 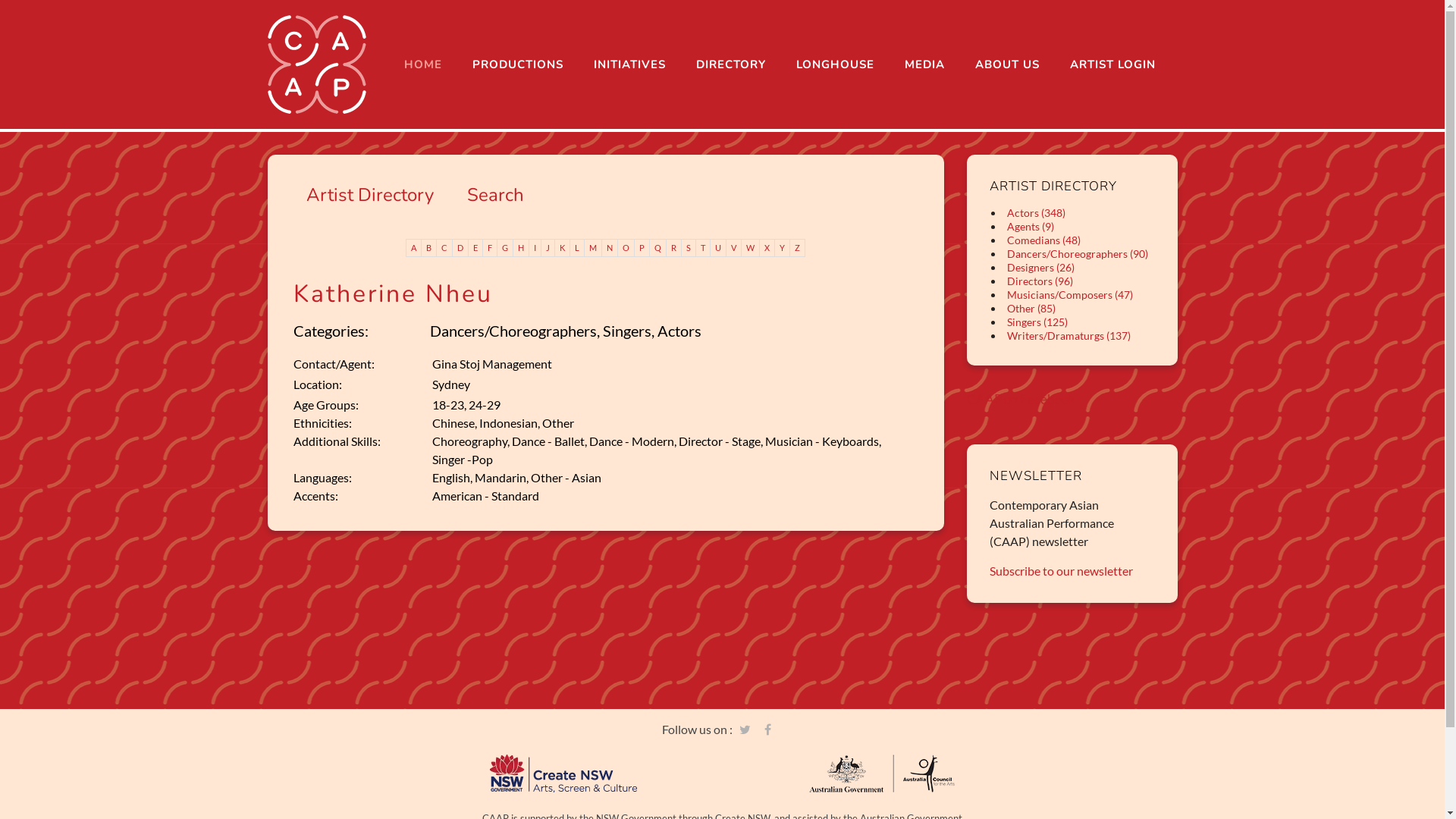 I want to click on 'J', so click(x=548, y=247).